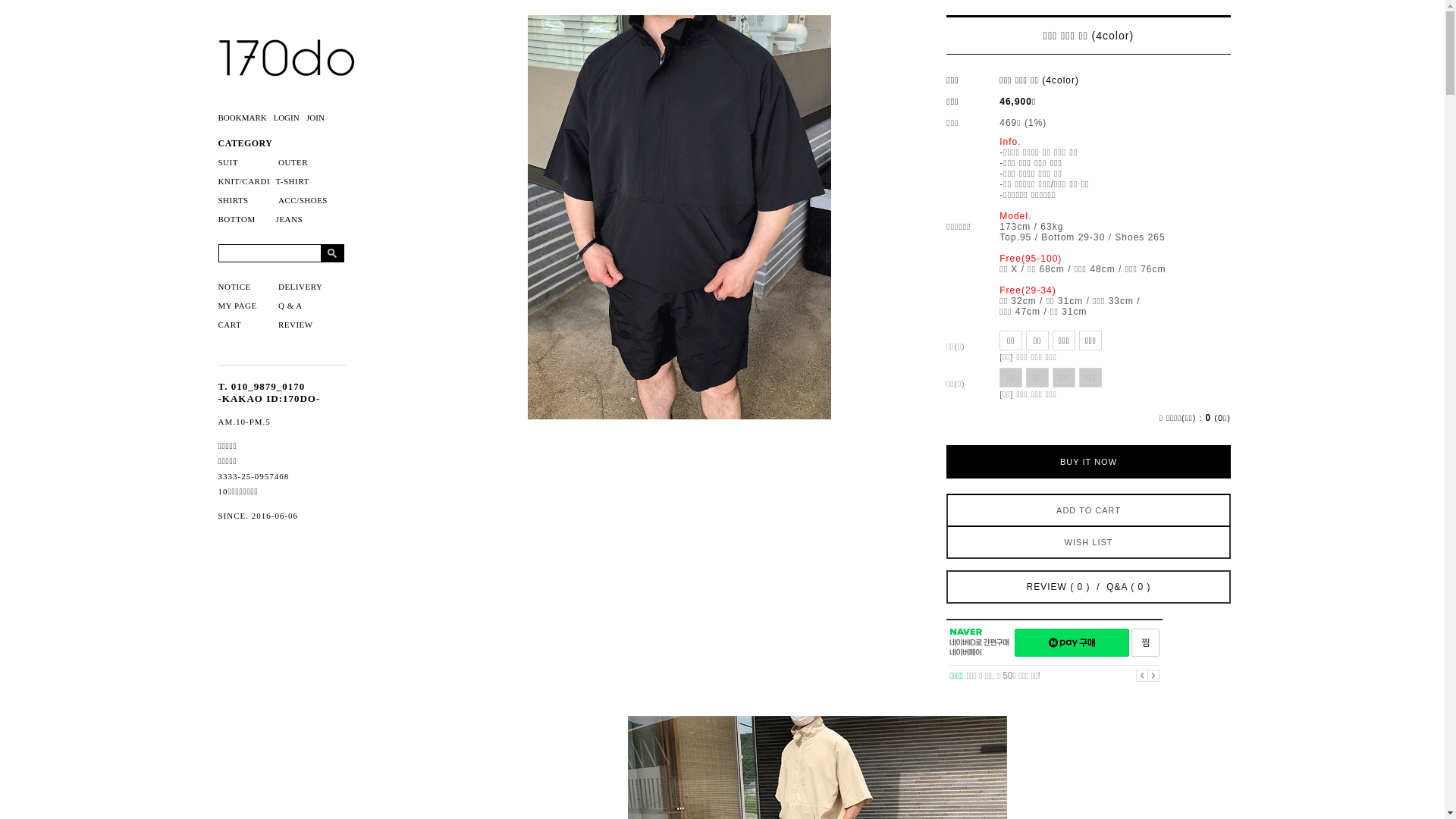 Image resolution: width=1456 pixels, height=819 pixels. What do you see at coordinates (293, 162) in the screenshot?
I see `'OUTER'` at bounding box center [293, 162].